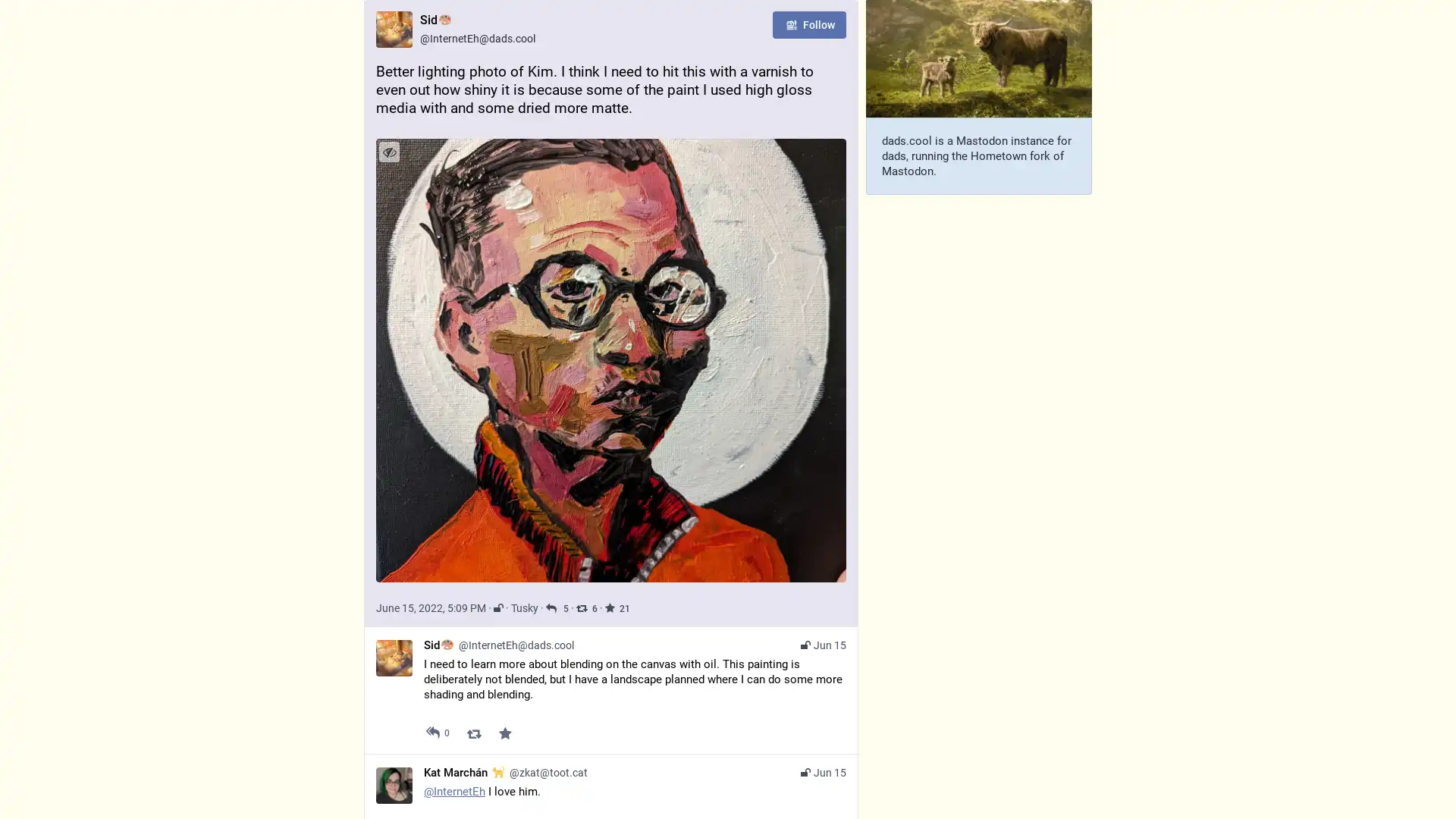 The image size is (1456, 819). Describe the element at coordinates (389, 152) in the screenshot. I see `Hide image` at that location.